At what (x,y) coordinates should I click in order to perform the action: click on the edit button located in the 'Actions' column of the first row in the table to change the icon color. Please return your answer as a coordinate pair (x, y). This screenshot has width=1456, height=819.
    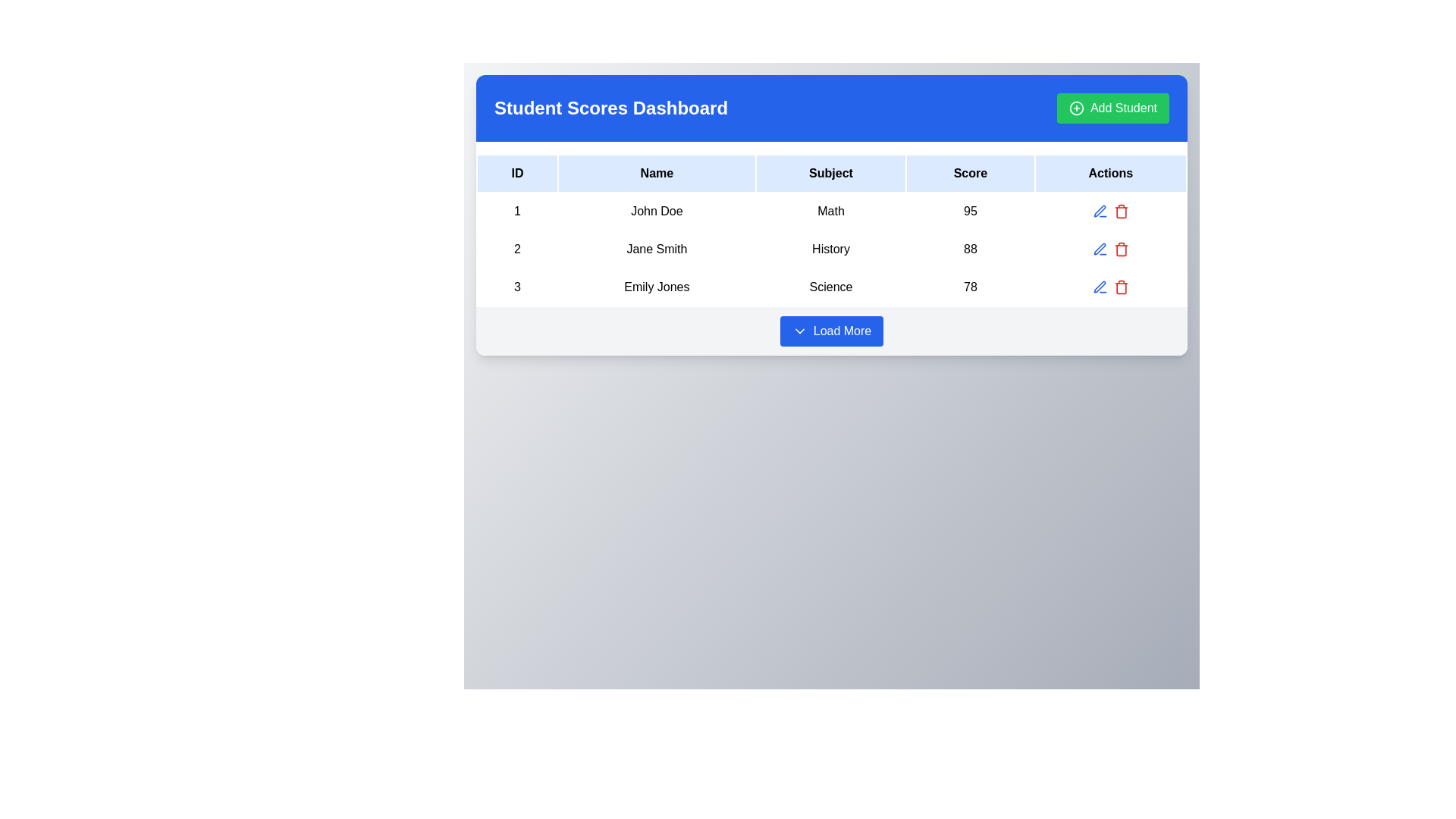
    Looking at the image, I should click on (1100, 211).